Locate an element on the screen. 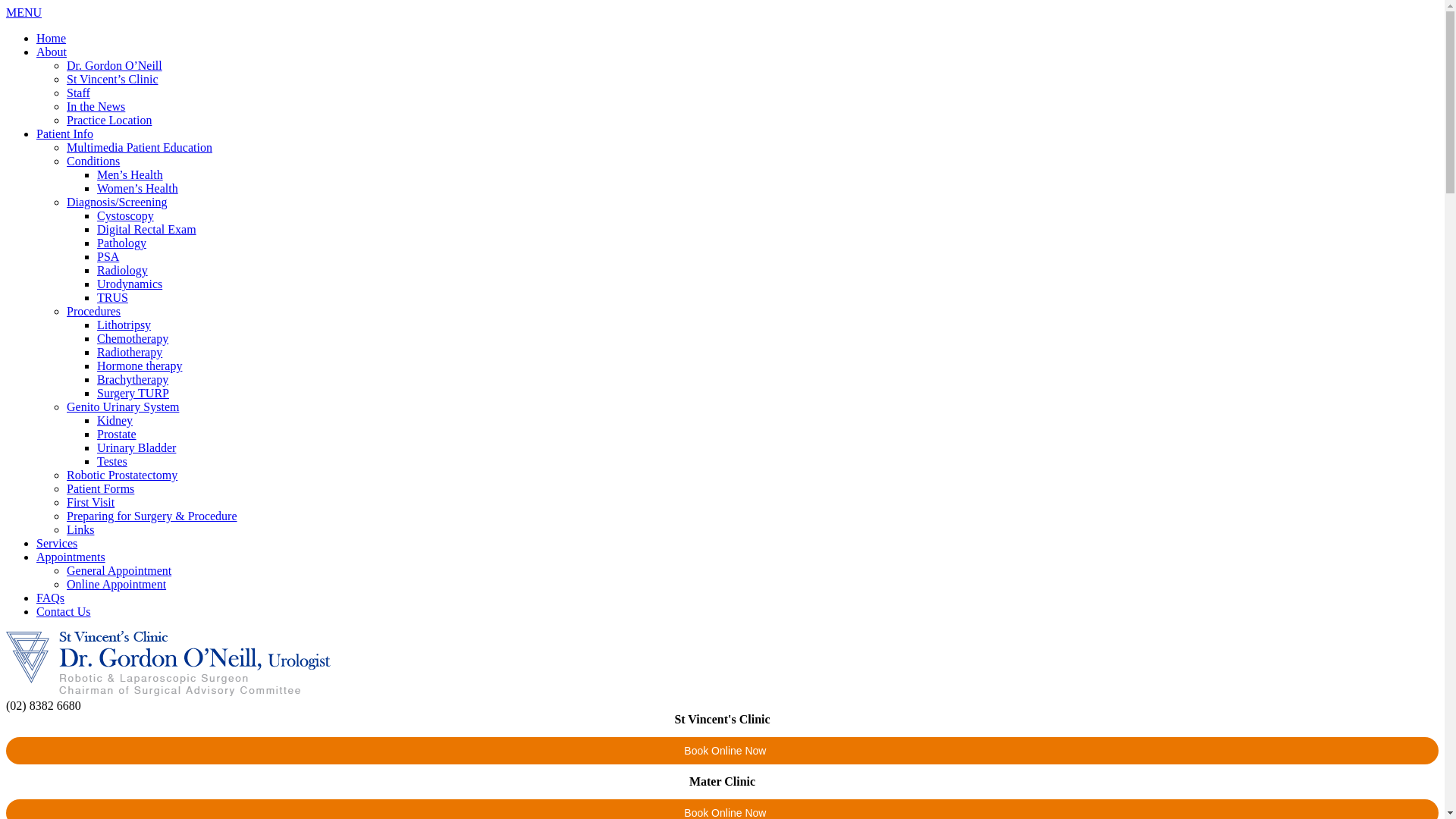 The image size is (1456, 819). 'MENU' is located at coordinates (24, 12).